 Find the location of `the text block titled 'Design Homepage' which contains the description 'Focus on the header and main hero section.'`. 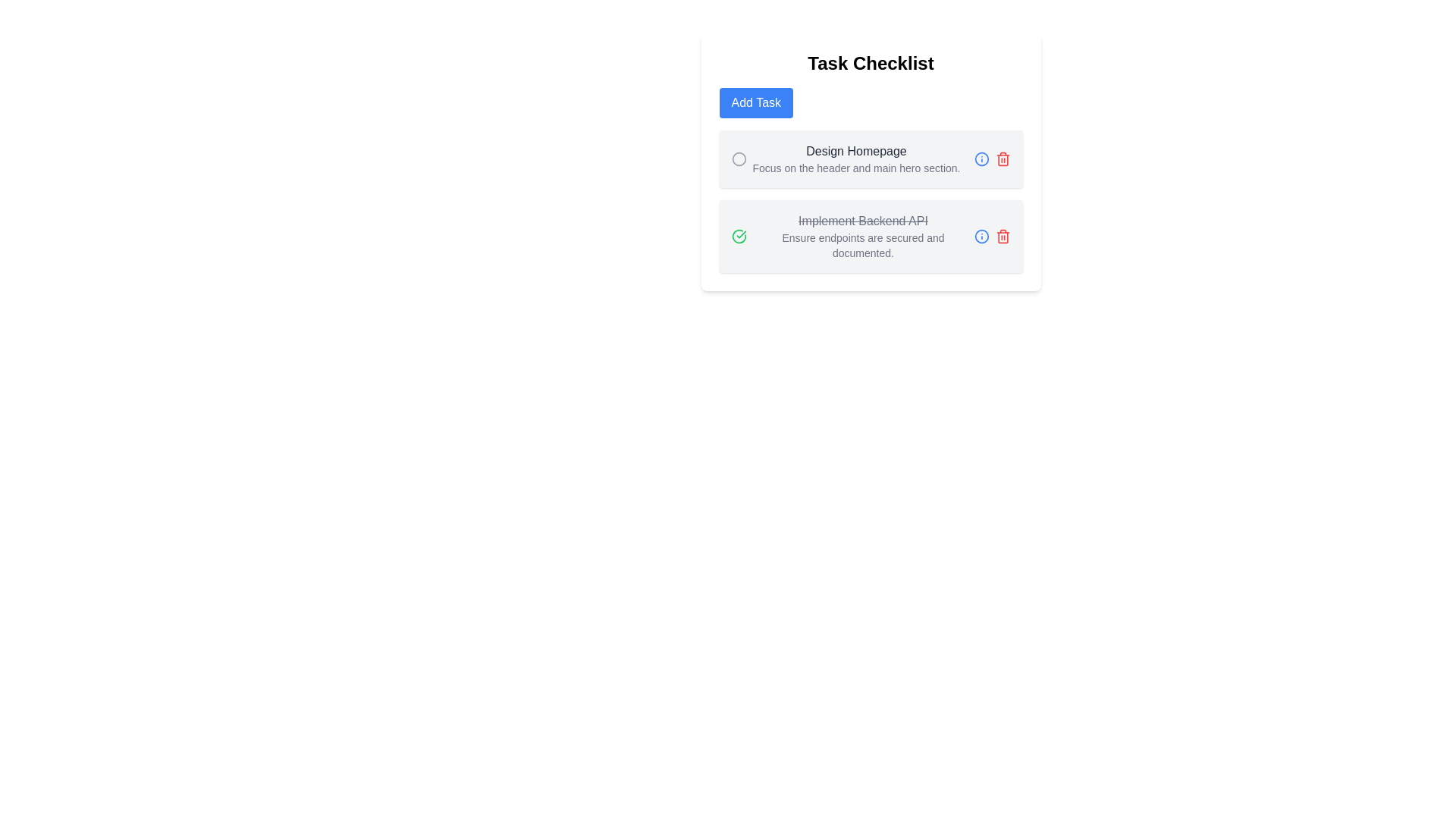

the text block titled 'Design Homepage' which contains the description 'Focus on the header and main hero section.' is located at coordinates (856, 158).